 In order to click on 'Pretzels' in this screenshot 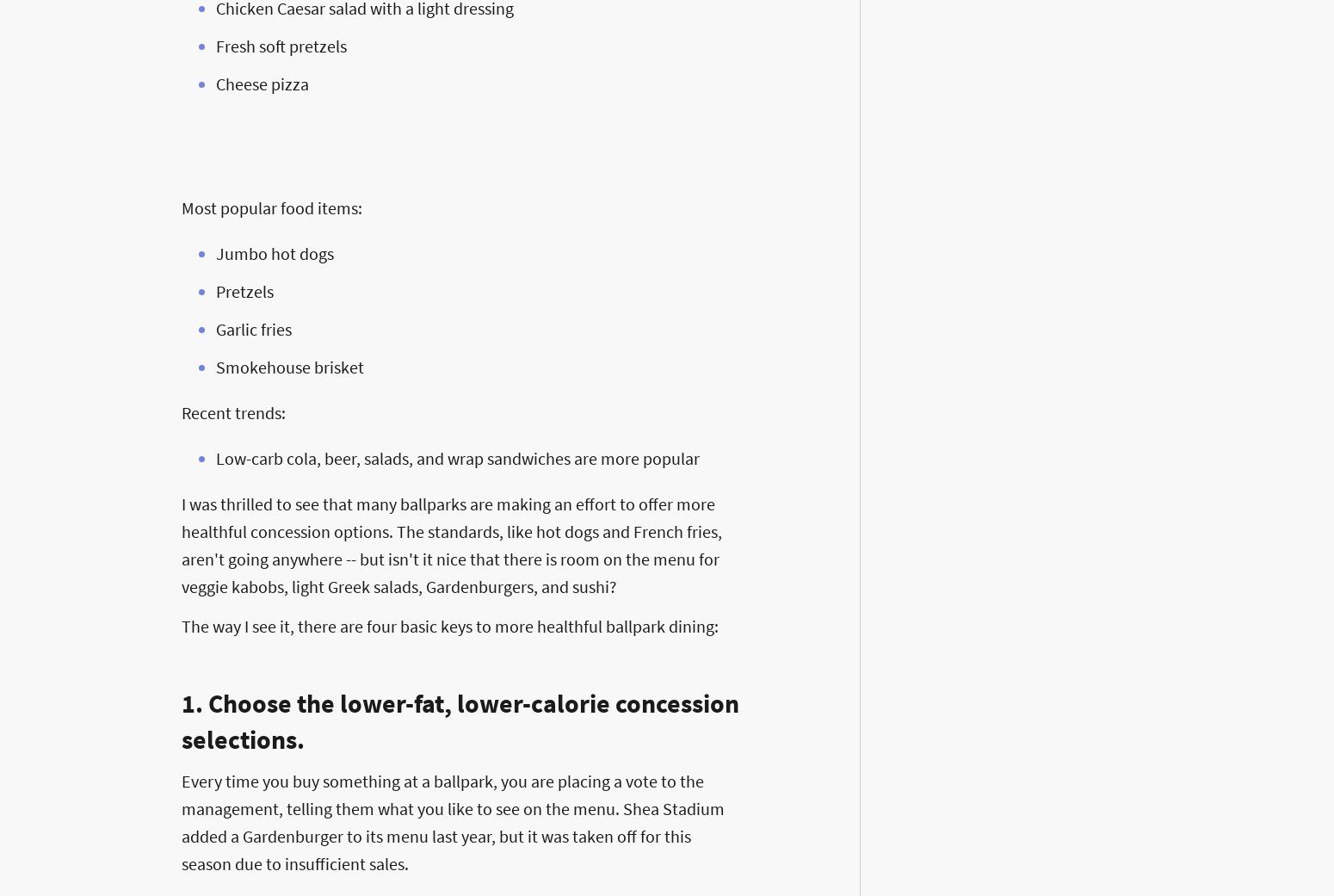, I will do `click(244, 291)`.